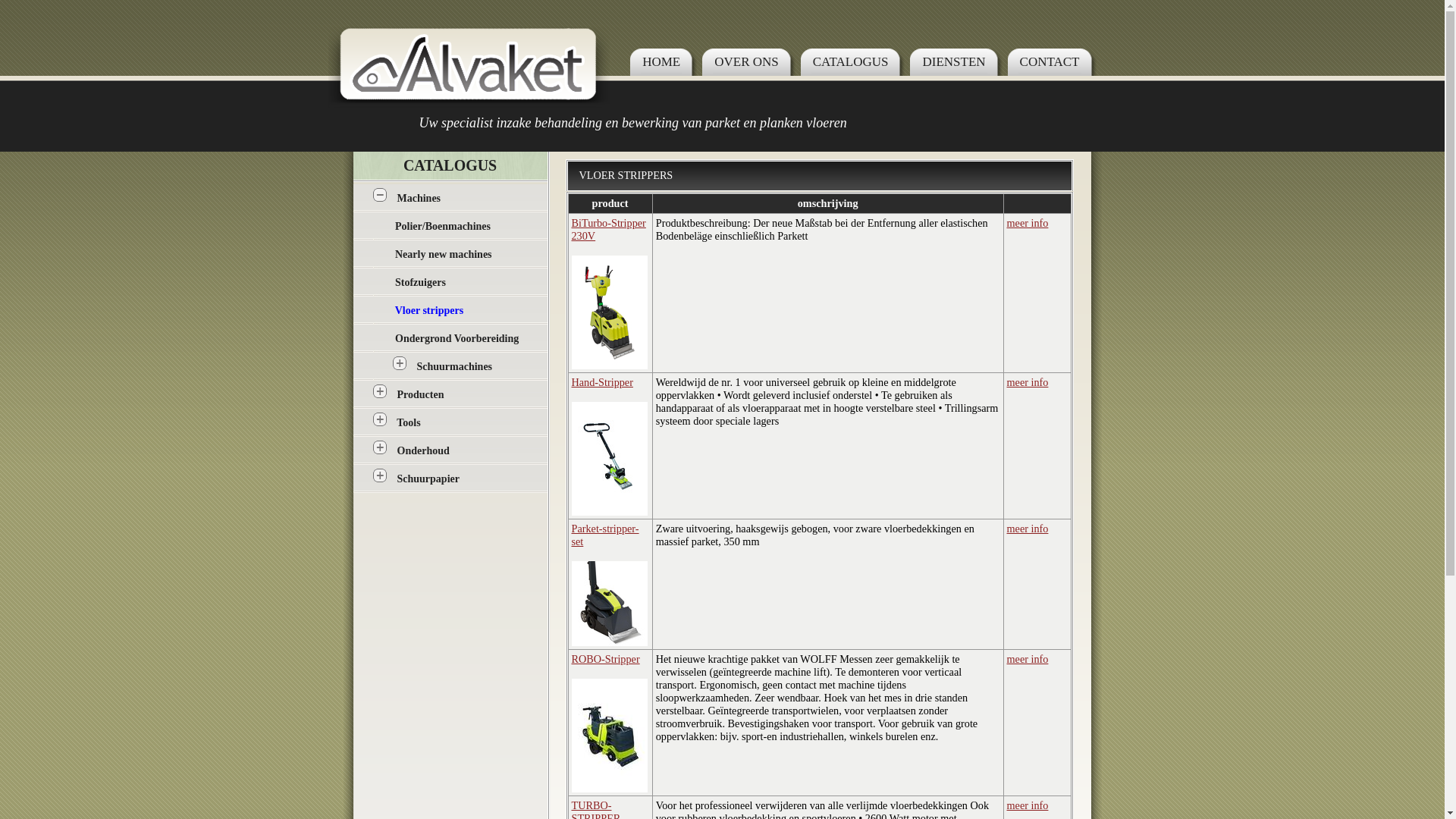 The height and width of the screenshot is (819, 1456). What do you see at coordinates (601, 381) in the screenshot?
I see `'Hand-Stripper'` at bounding box center [601, 381].